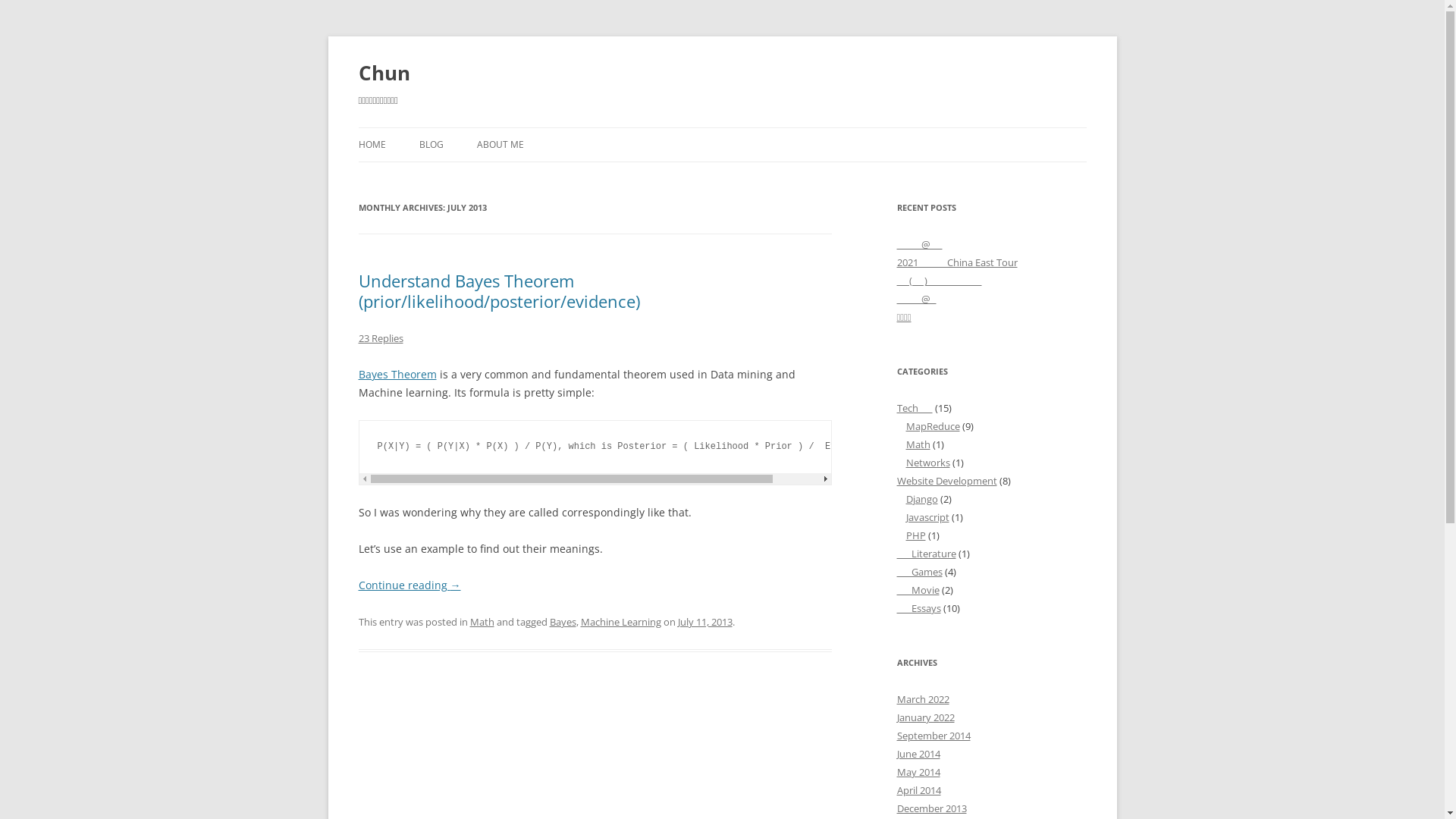  Describe the element at coordinates (924, 717) in the screenshot. I see `'January 2022'` at that location.